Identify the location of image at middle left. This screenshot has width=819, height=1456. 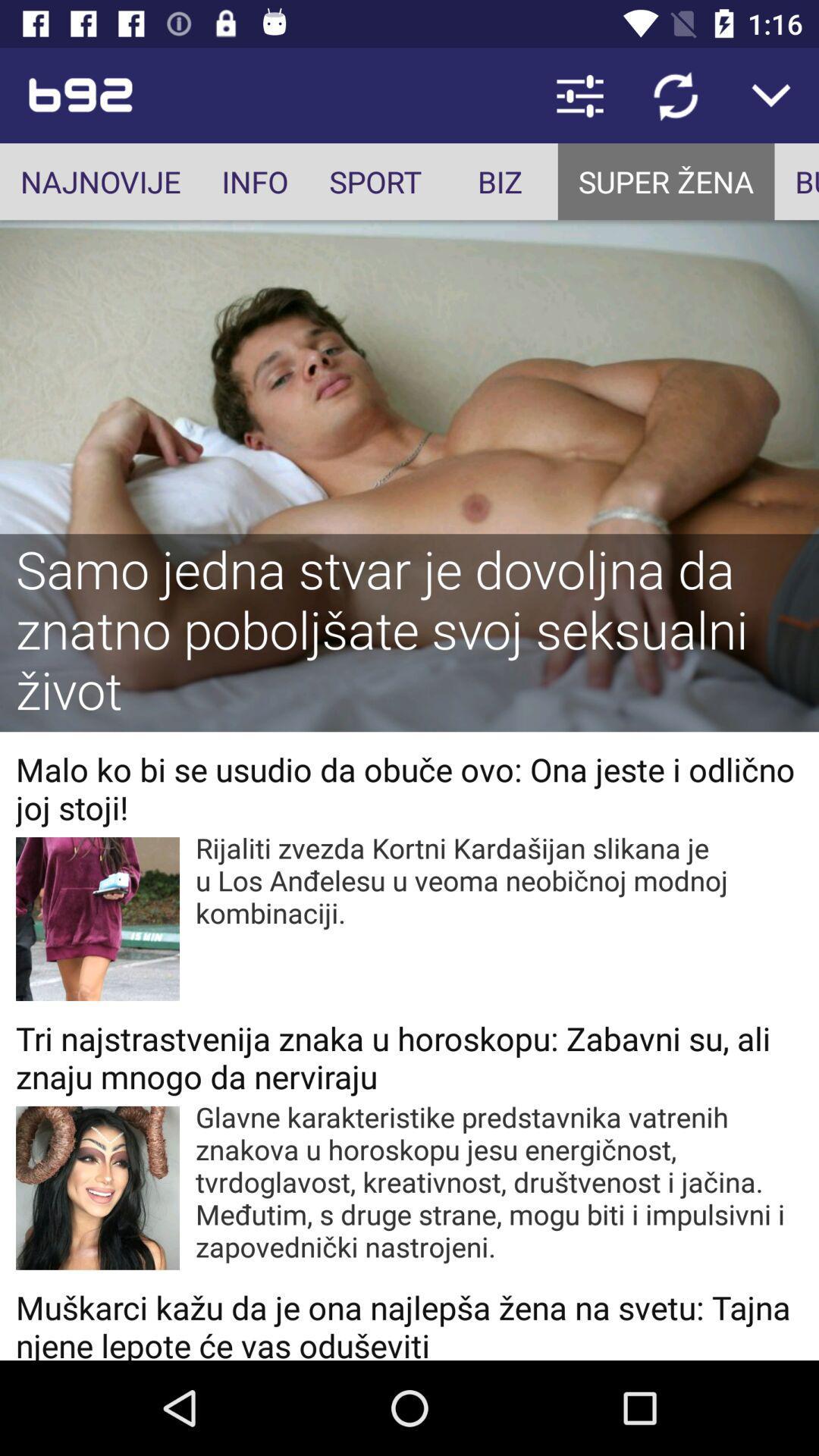
(97, 918).